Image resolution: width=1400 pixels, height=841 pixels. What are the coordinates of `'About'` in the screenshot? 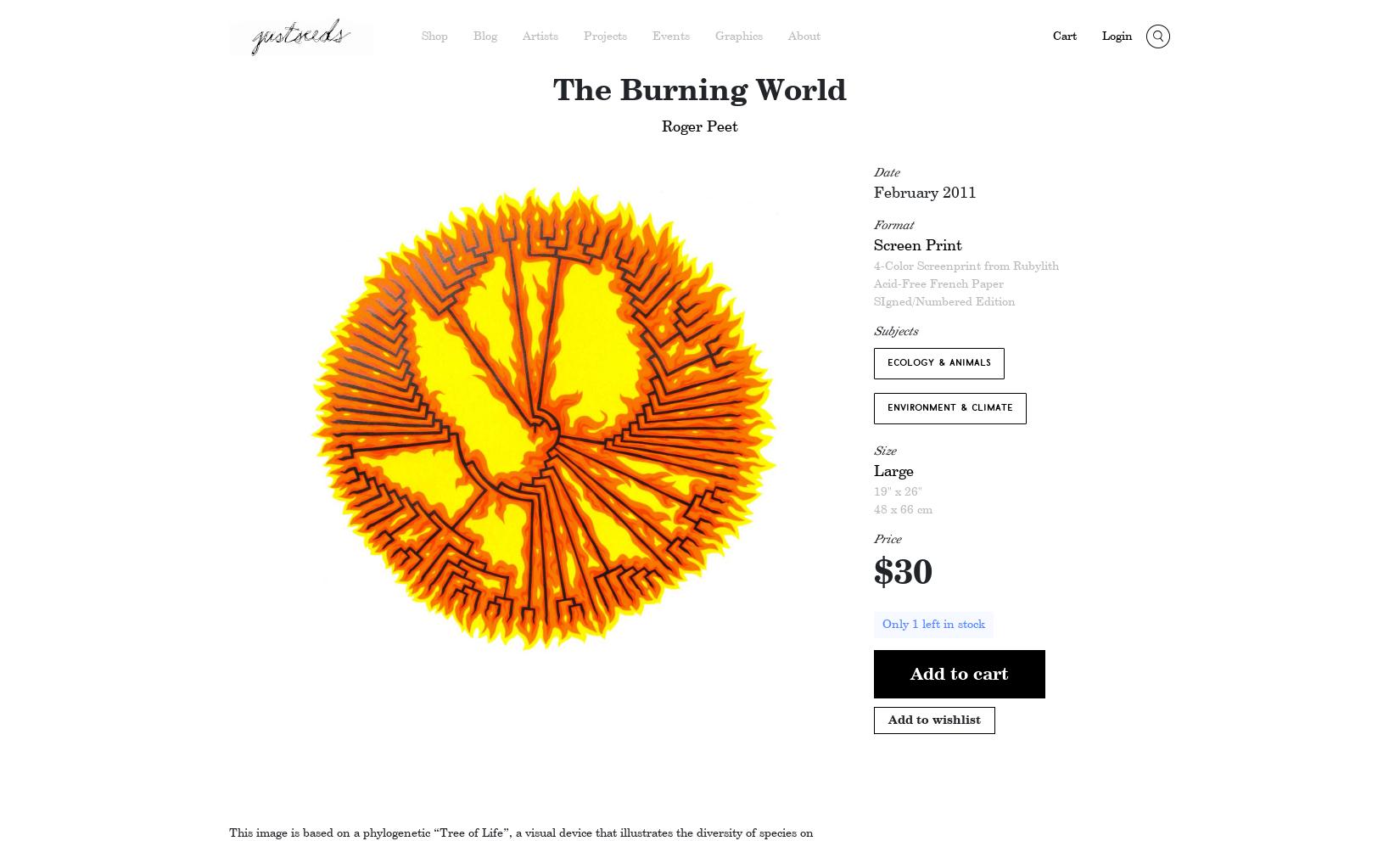 It's located at (804, 36).